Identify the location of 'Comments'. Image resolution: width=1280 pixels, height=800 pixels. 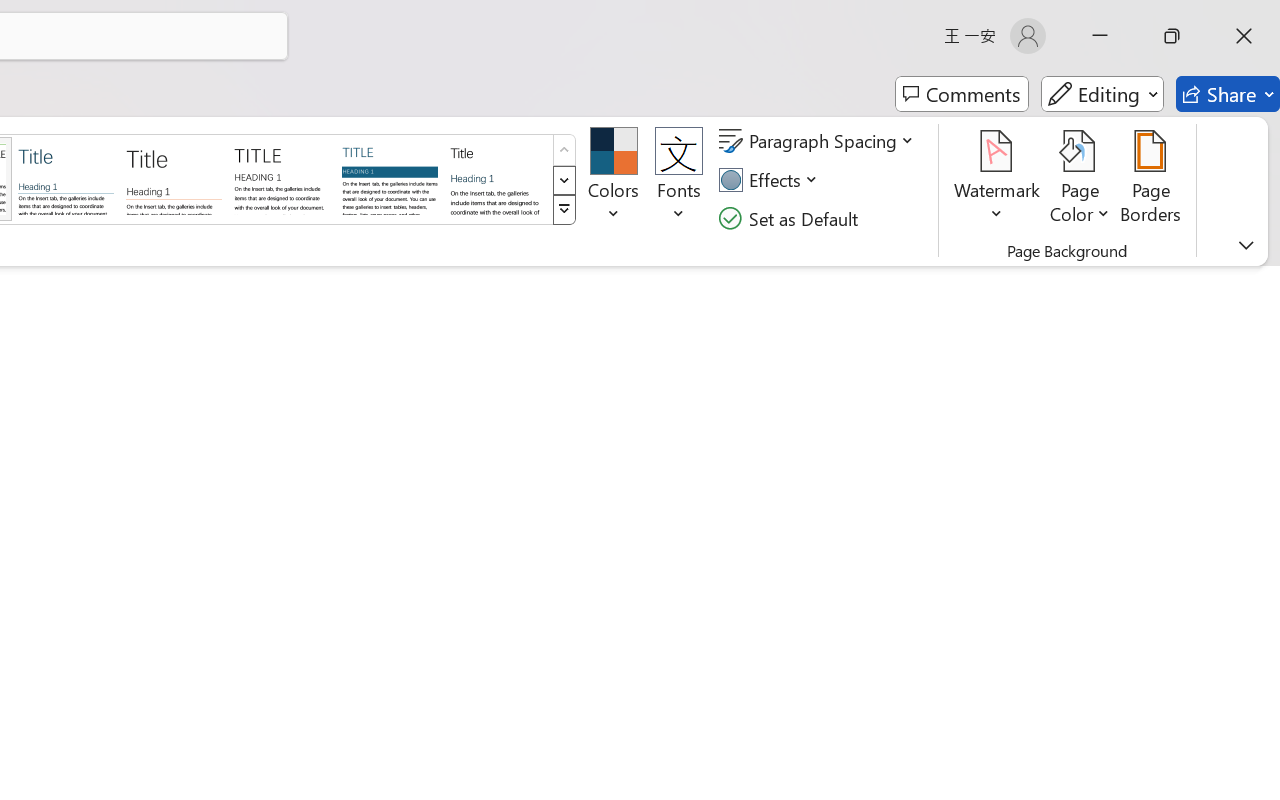
(961, 94).